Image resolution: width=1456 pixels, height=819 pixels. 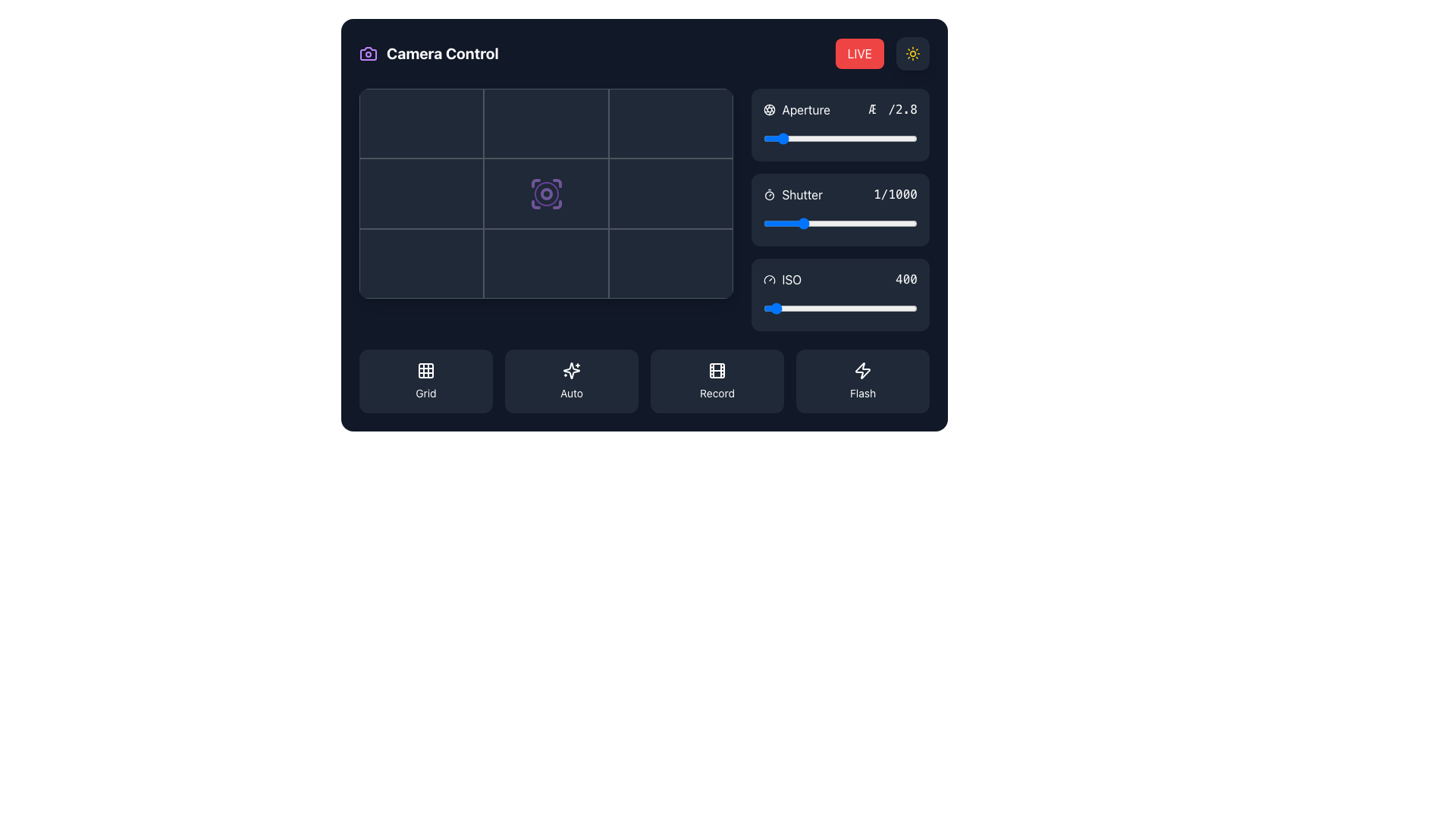 What do you see at coordinates (896, 223) in the screenshot?
I see `the shutter speed` at bounding box center [896, 223].